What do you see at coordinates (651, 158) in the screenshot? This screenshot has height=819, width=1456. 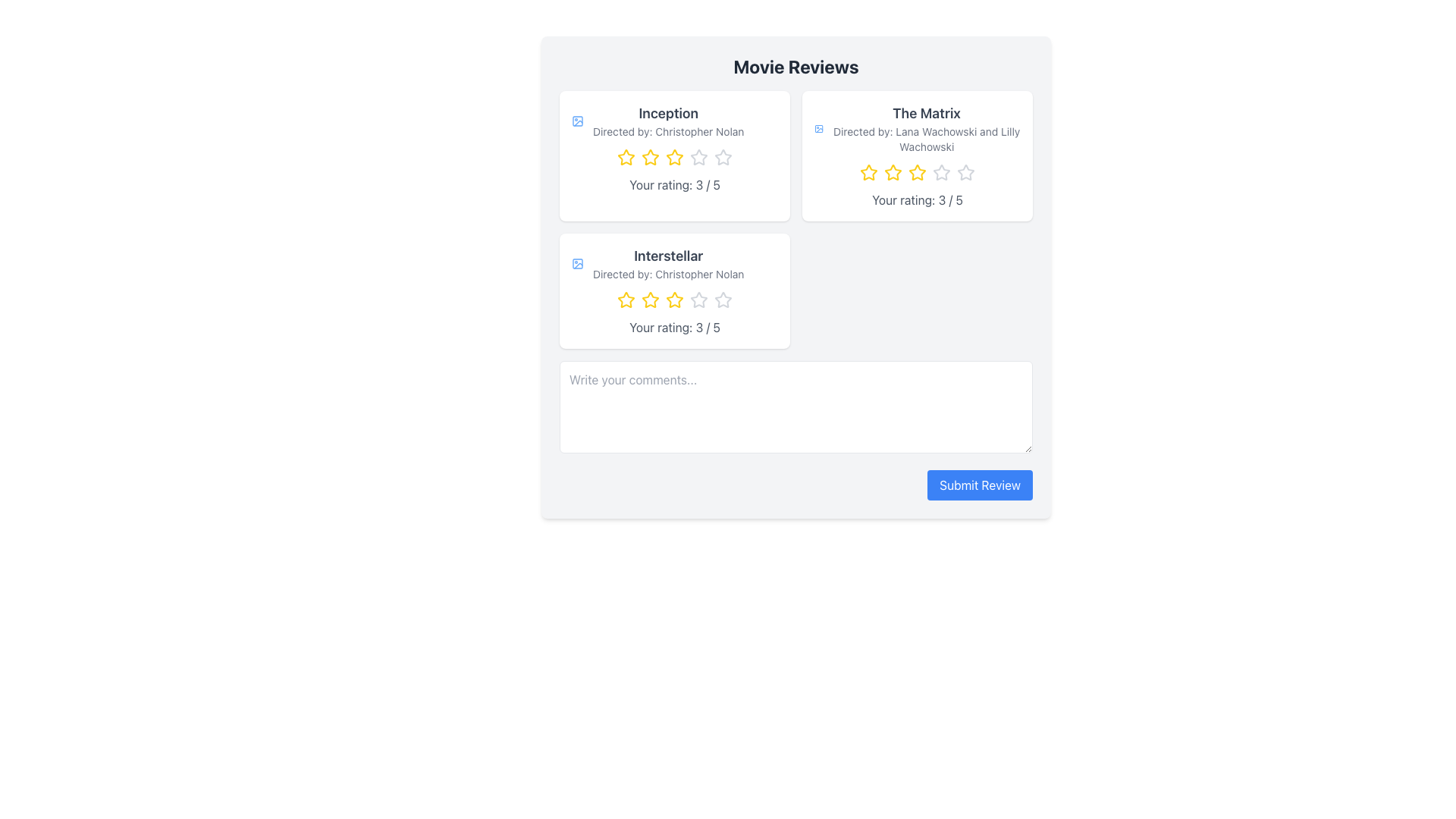 I see `the second yellow star-shaped Rating Icon under the title 'Inception' to rate it` at bounding box center [651, 158].